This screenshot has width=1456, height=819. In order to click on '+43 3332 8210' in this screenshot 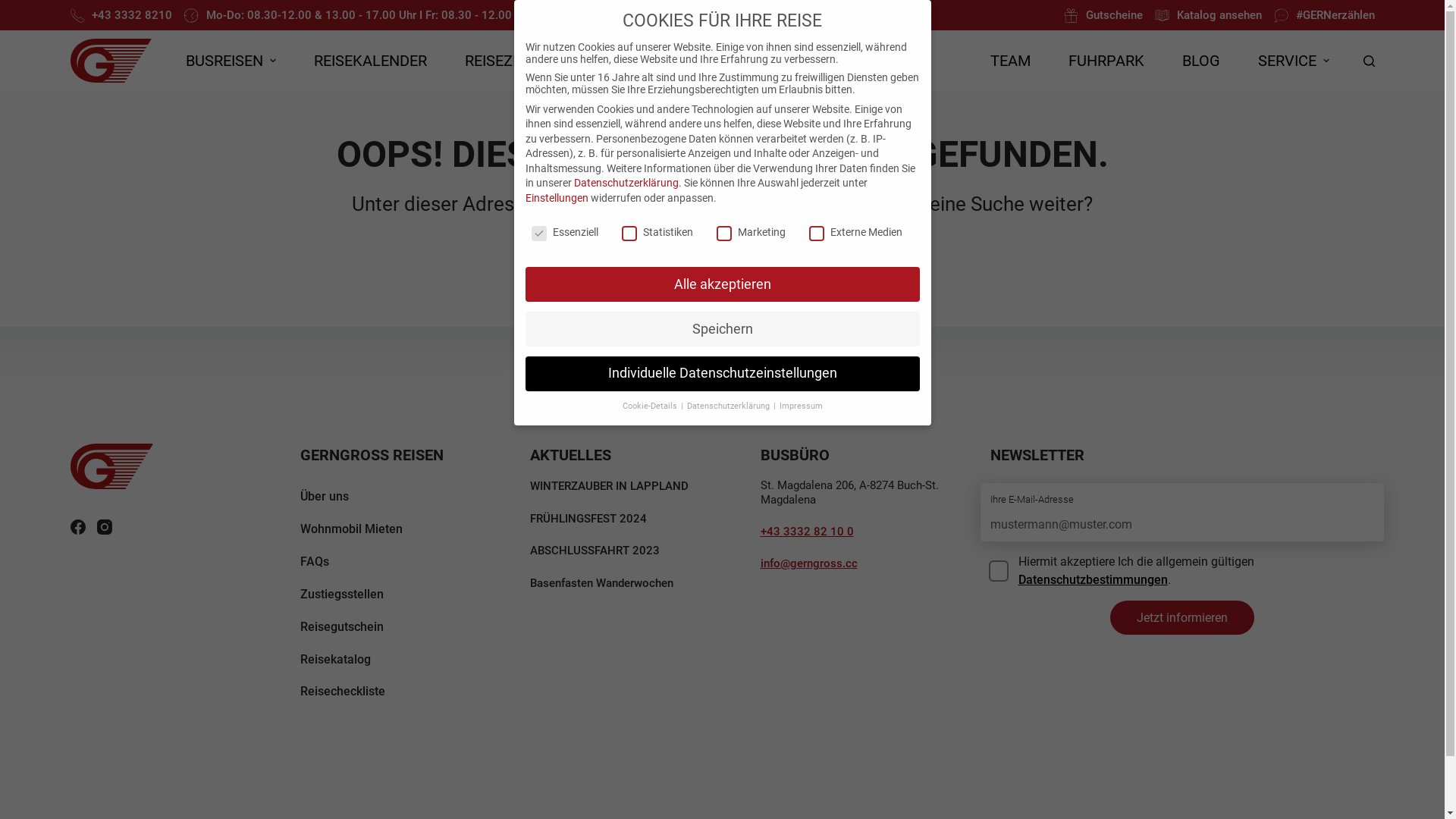, I will do `click(120, 14)`.